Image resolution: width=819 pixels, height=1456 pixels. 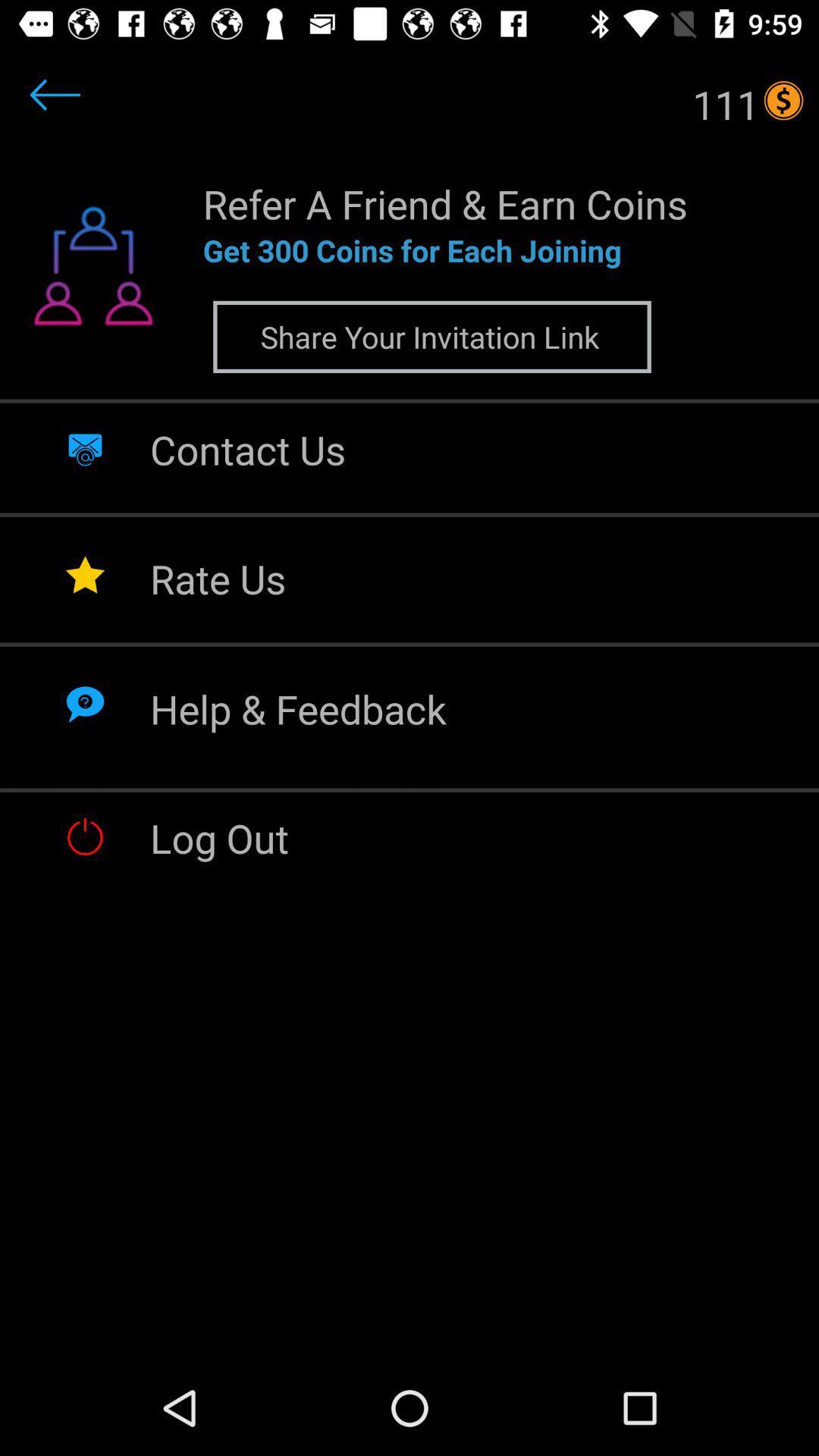 I want to click on the message icon under the share your invitation link, so click(x=85, y=447).